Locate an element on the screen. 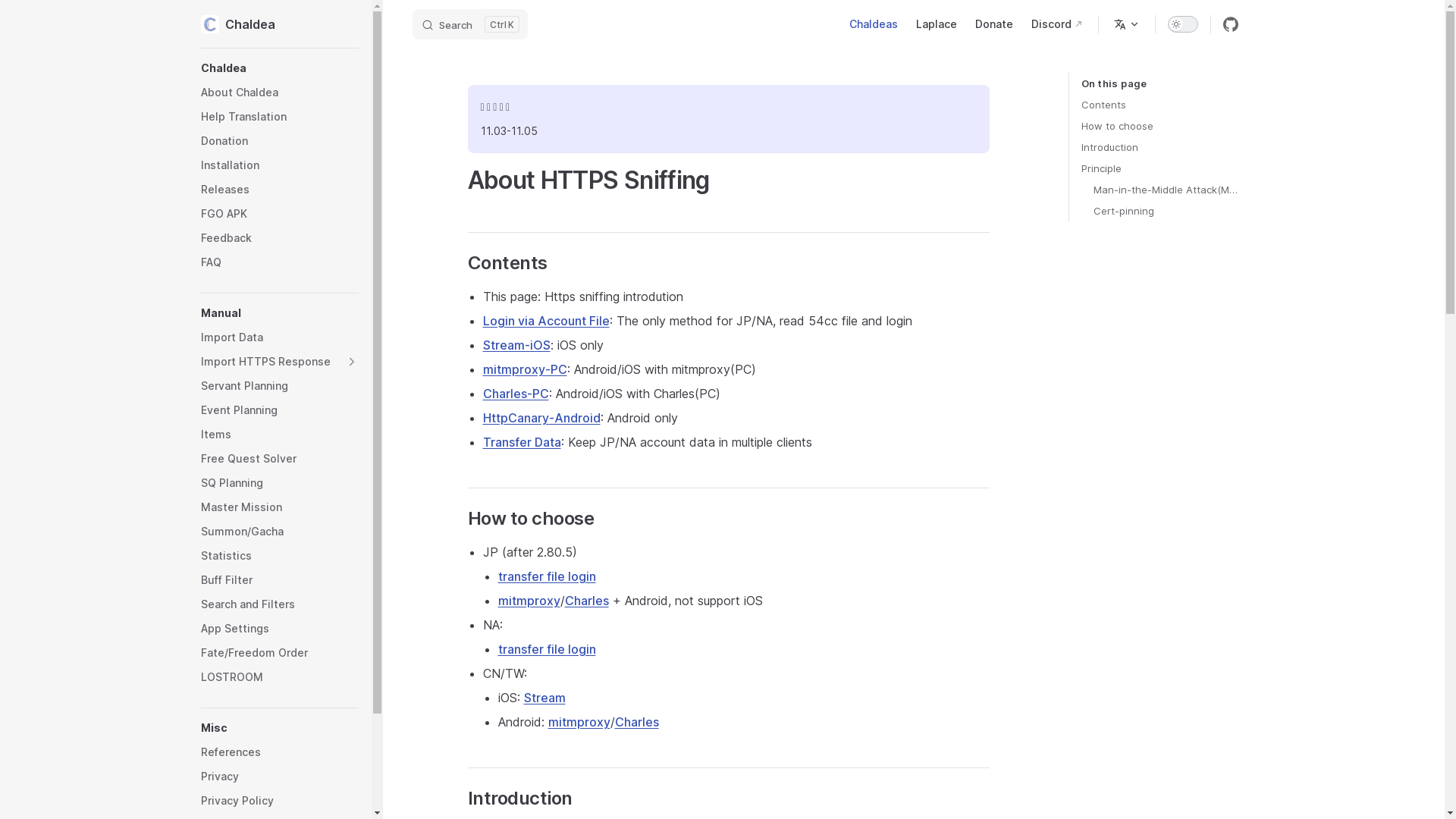  'Login via Account File' is located at coordinates (545, 320).